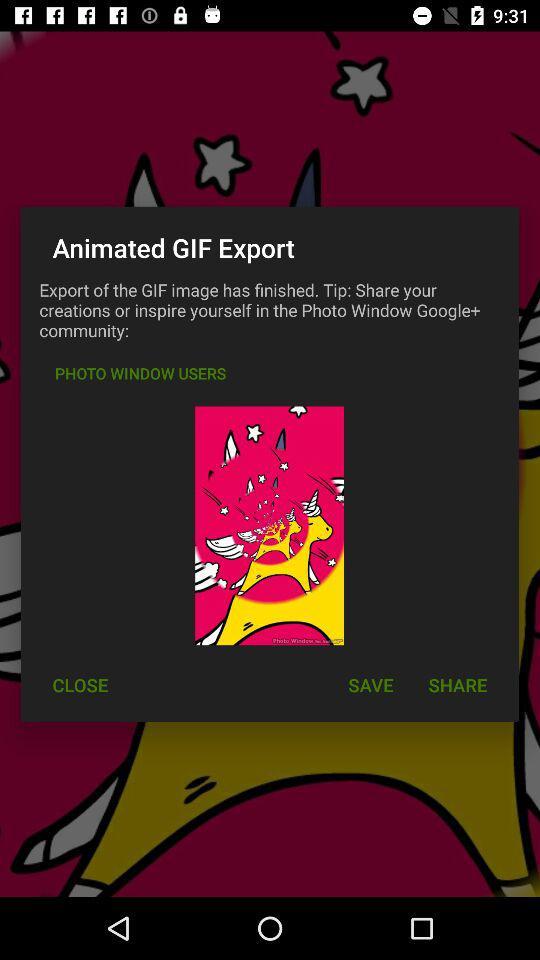 Image resolution: width=540 pixels, height=960 pixels. What do you see at coordinates (369, 685) in the screenshot?
I see `item next to the close` at bounding box center [369, 685].